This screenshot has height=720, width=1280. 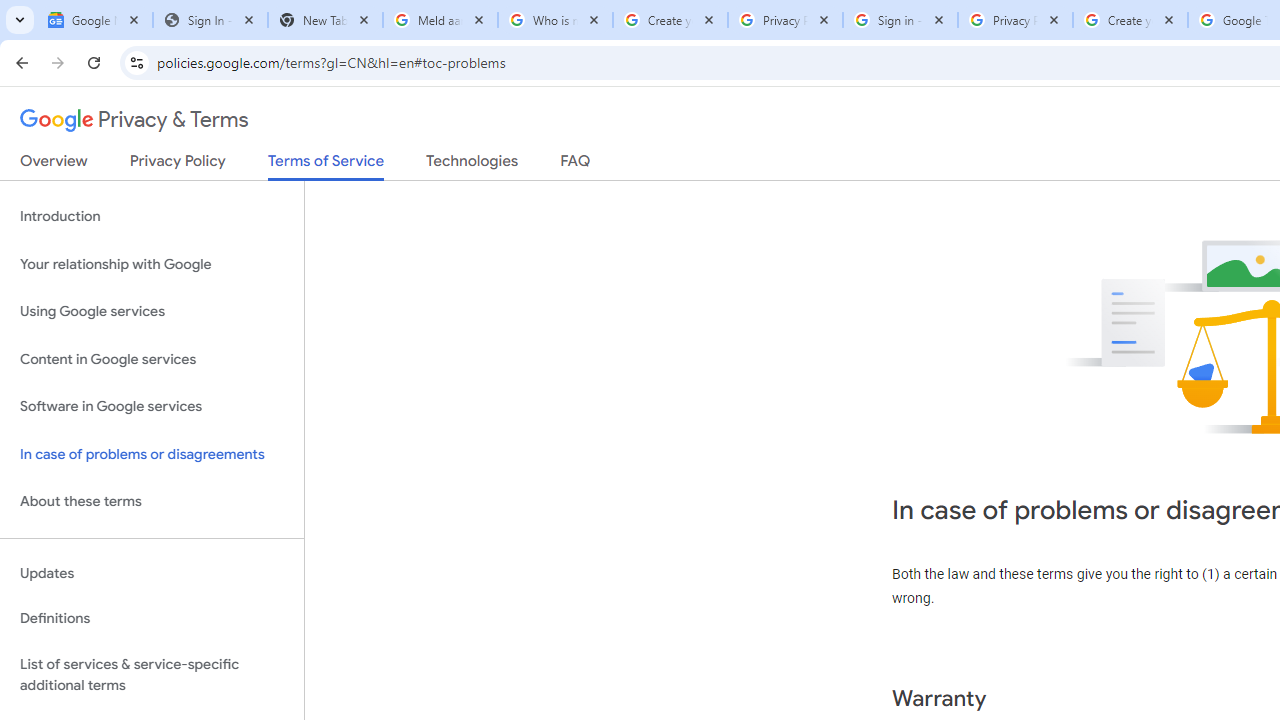 I want to click on 'List of services & service-specific additional terms', so click(x=151, y=675).